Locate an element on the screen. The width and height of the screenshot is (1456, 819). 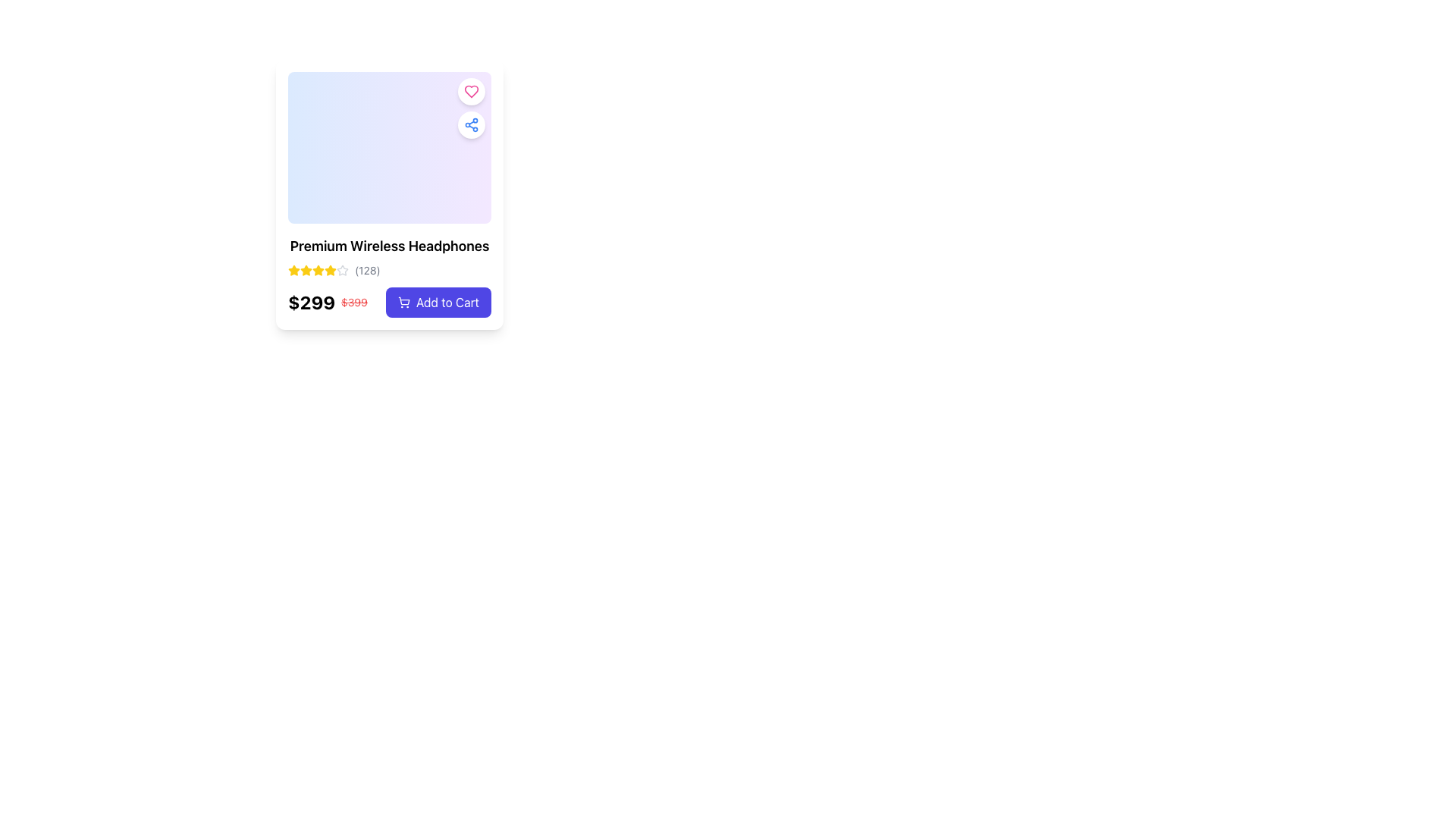
the fourth star in the five-star rating system located below the title 'Premium Wireless Headphones' and adjacent to the text label '(128)' is located at coordinates (318, 270).